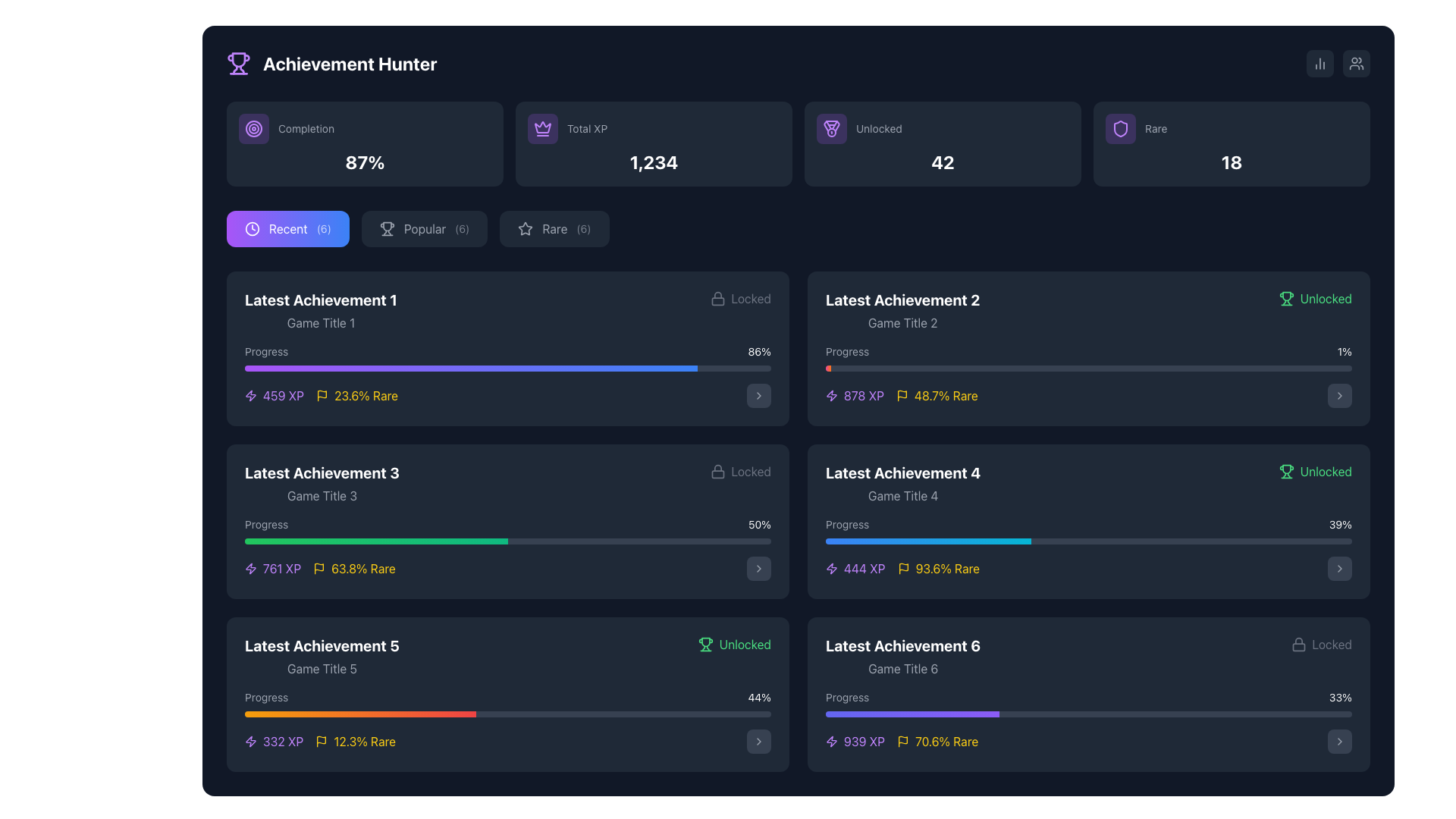 The width and height of the screenshot is (1456, 819). What do you see at coordinates (759, 741) in the screenshot?
I see `the navigation button located at the far-right of the 'Latest Achievement 5' row` at bounding box center [759, 741].